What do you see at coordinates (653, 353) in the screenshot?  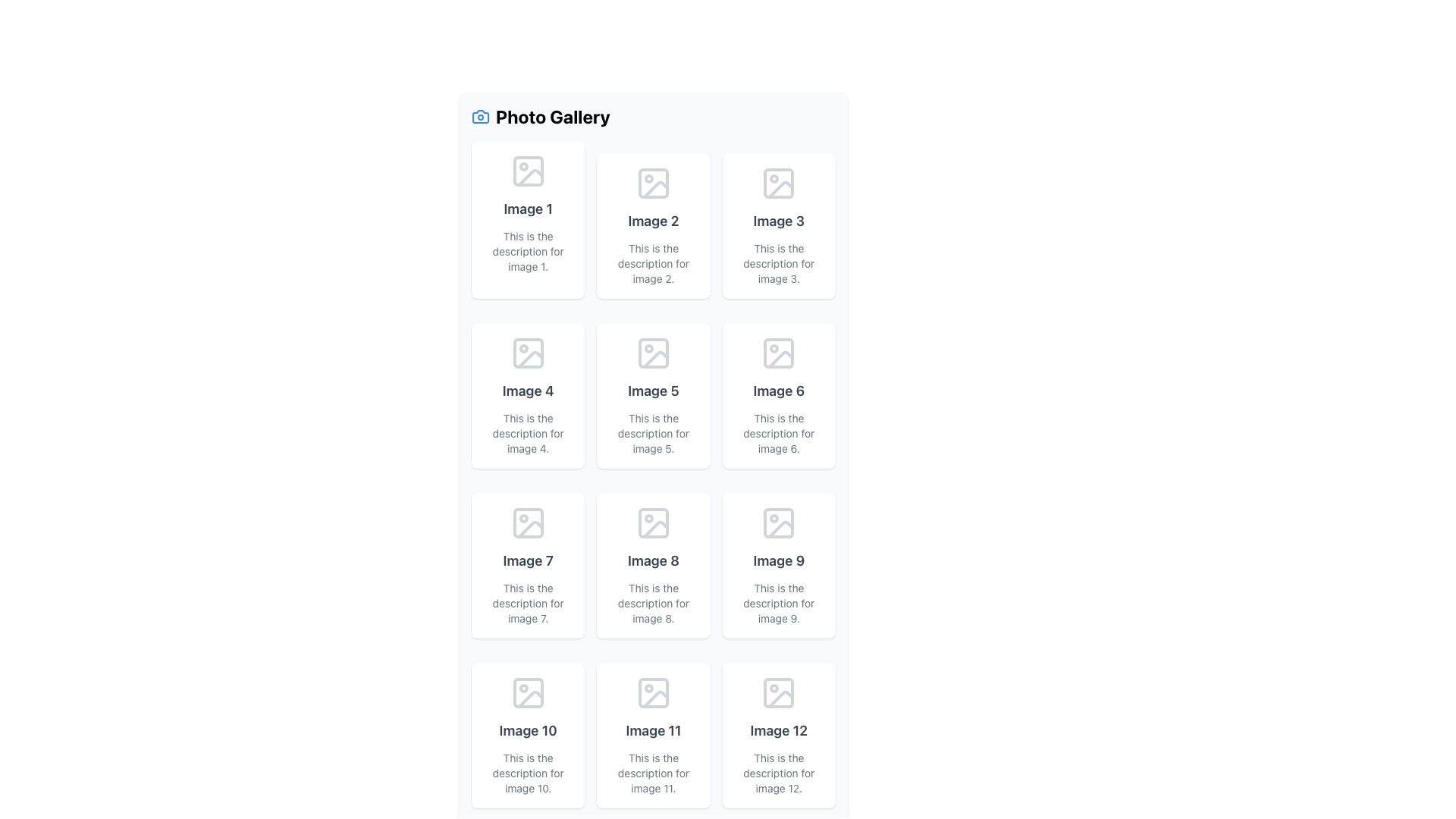 I see `the small square decorative graphic element with rounded corners located in the 'Image 5' placeholder` at bounding box center [653, 353].